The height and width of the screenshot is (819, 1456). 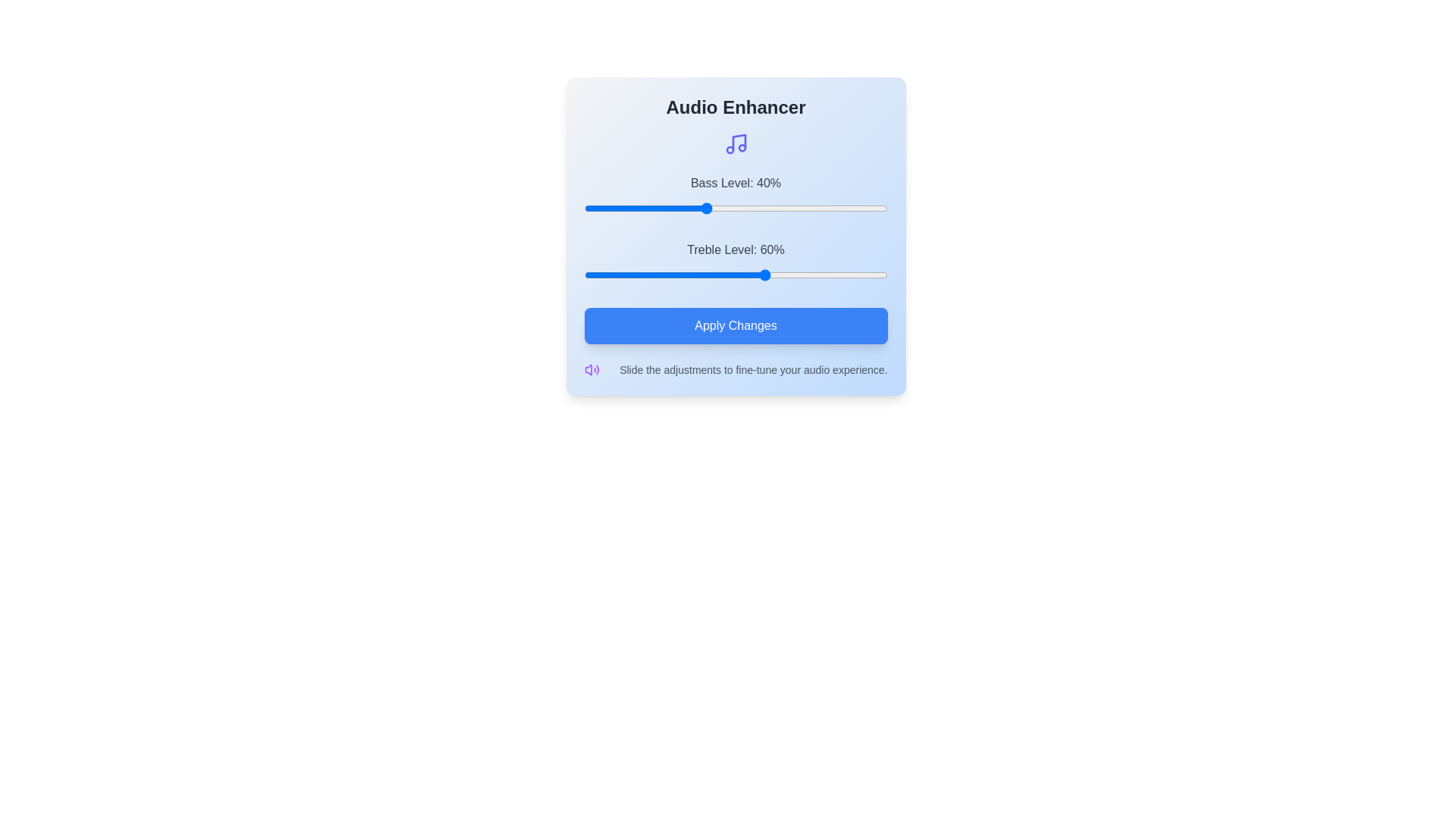 What do you see at coordinates (787, 208) in the screenshot?
I see `the bass level slider to 67%` at bounding box center [787, 208].